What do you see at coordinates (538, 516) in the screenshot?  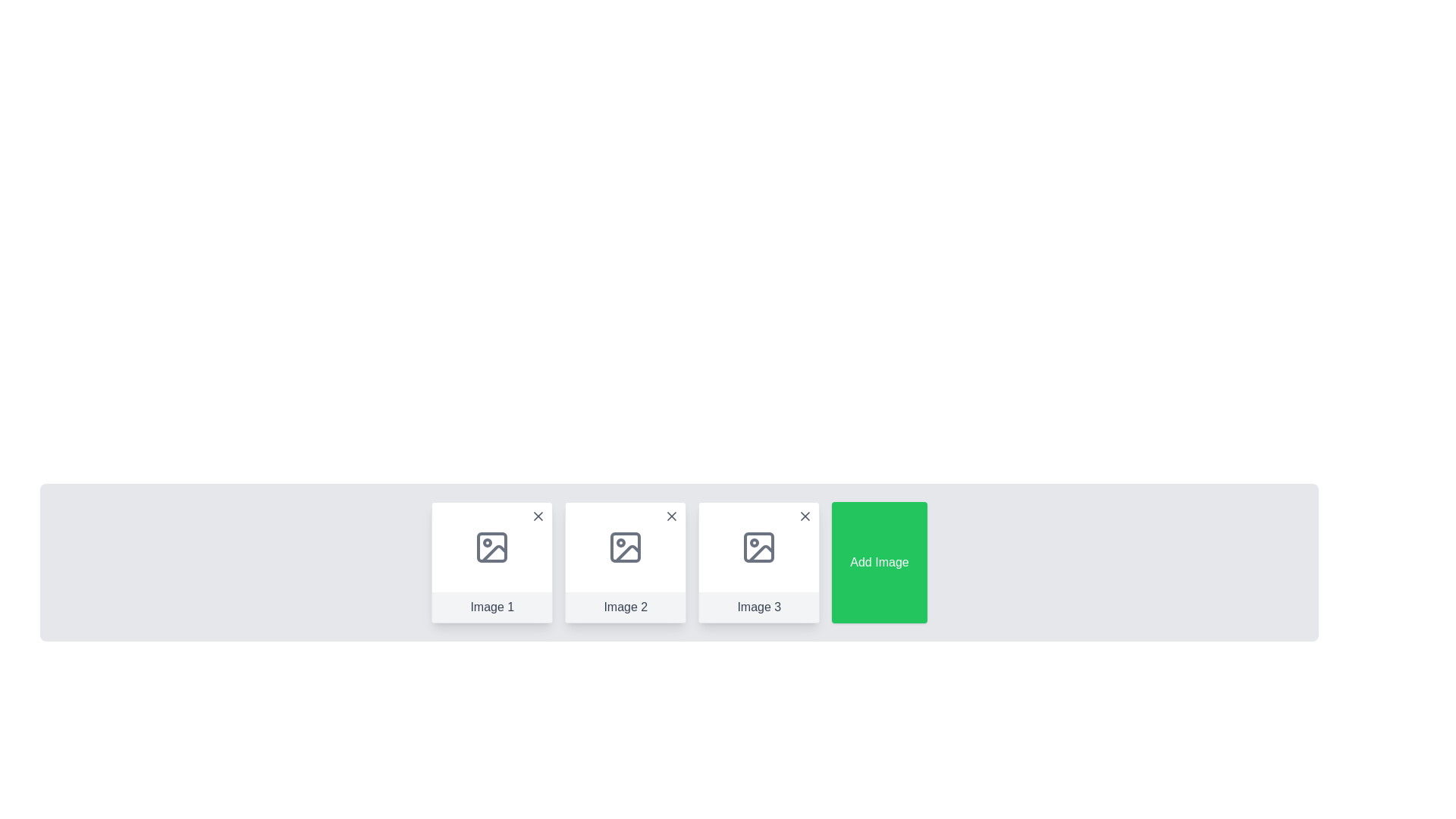 I see `the dismiss button represented by an 'X' icon located at the top-right corner of the card labeled 'Image 1'` at bounding box center [538, 516].